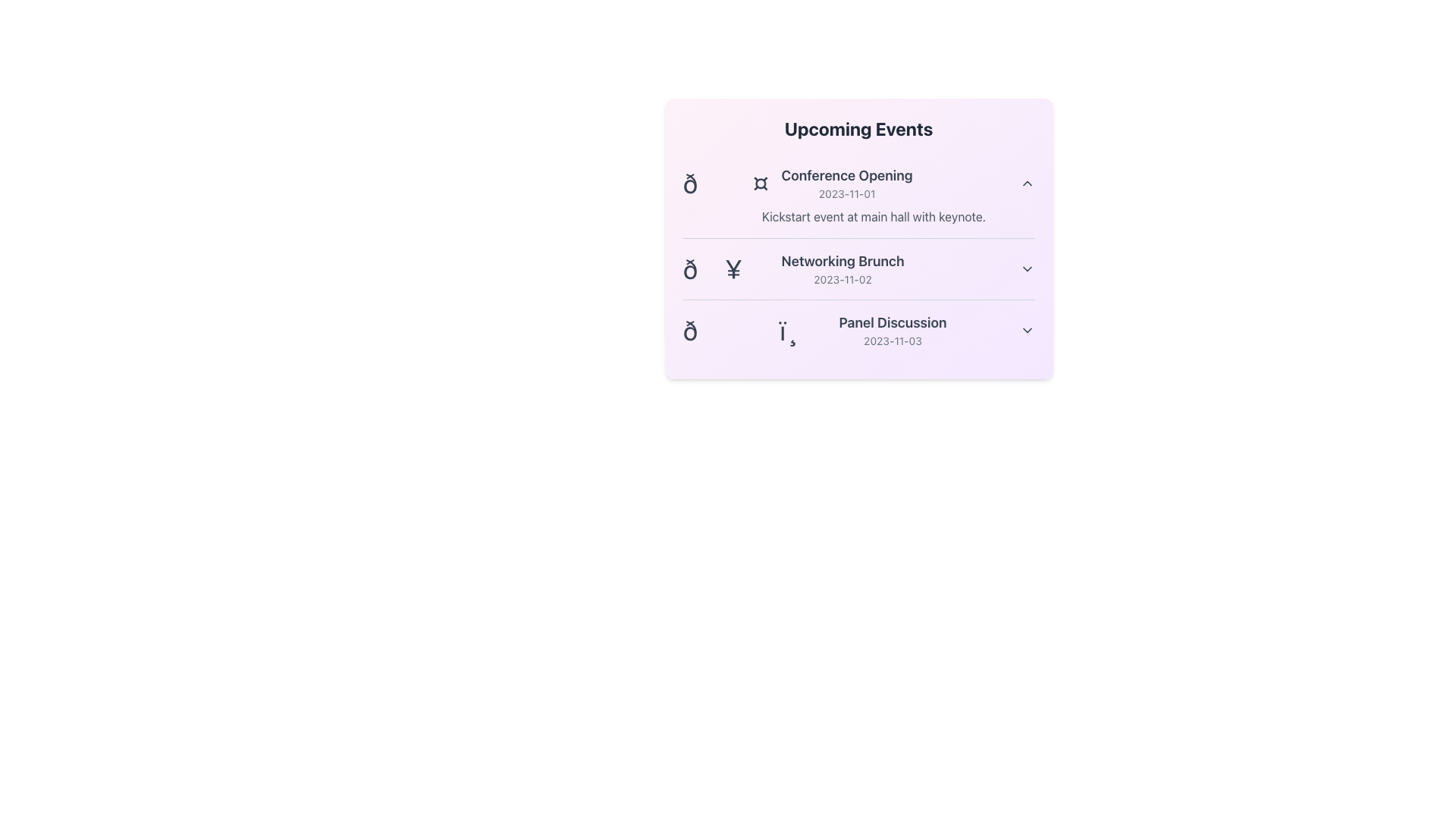 The height and width of the screenshot is (819, 1456). Describe the element at coordinates (846, 174) in the screenshot. I see `the static text label displaying the title 'Conference Opening' in the 'Upcoming Events' section` at that location.